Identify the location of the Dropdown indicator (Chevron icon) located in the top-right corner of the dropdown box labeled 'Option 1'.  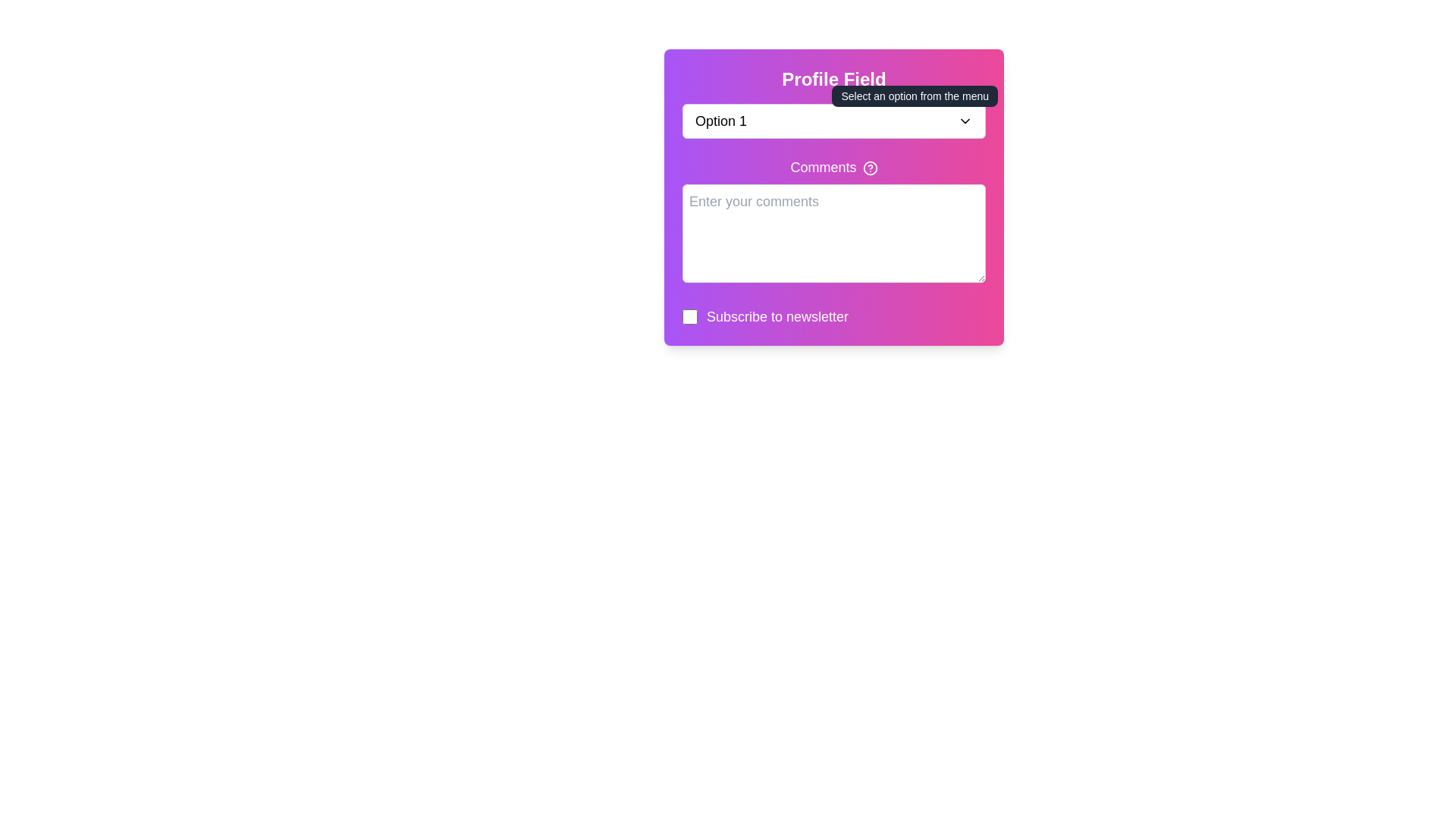
(964, 120).